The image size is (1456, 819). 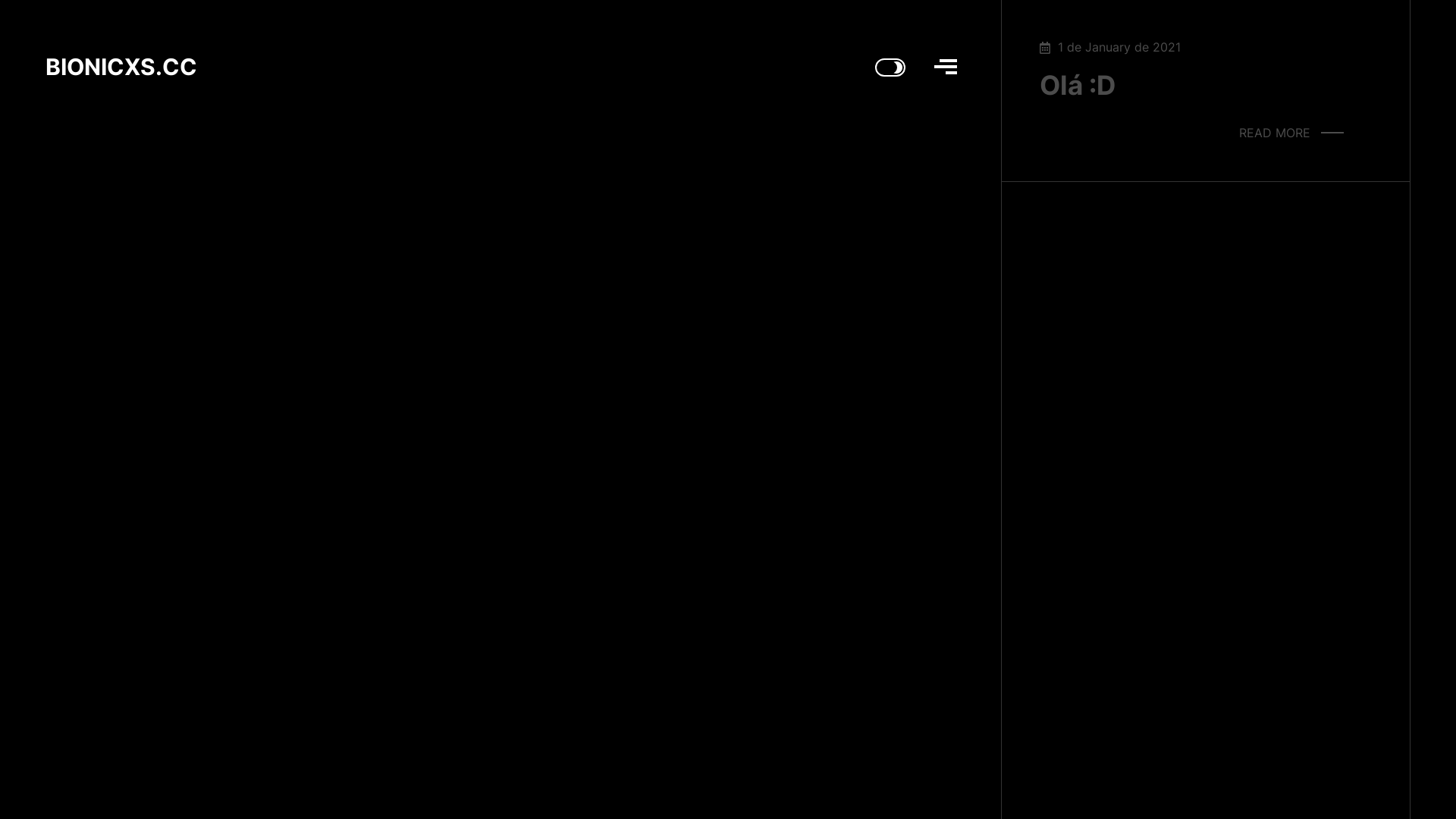 What do you see at coordinates (120, 70) in the screenshot?
I see `'BIONICXS.CC'` at bounding box center [120, 70].